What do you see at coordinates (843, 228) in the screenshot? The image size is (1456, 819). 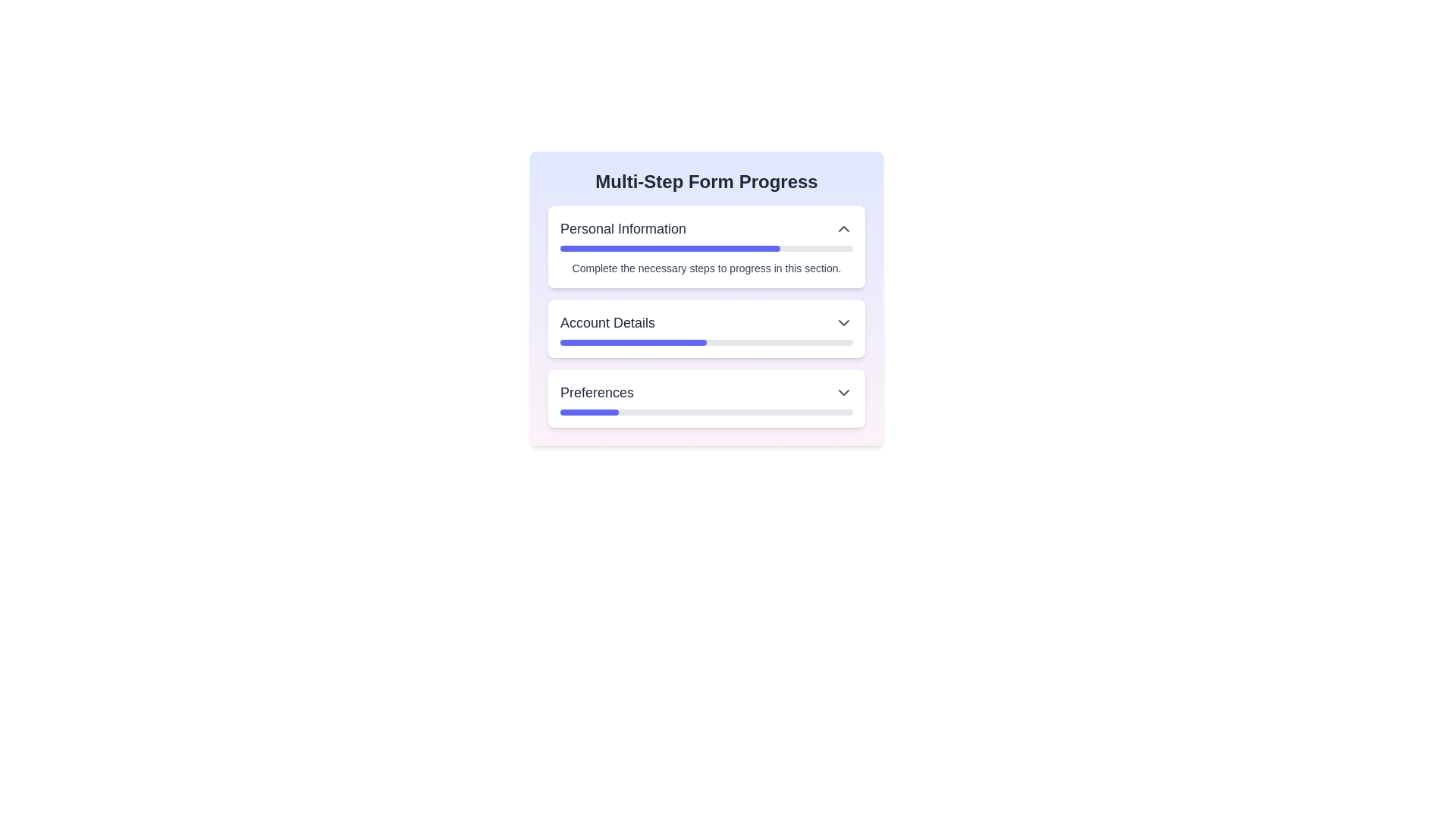 I see `the SVG Icon (Chevron) located at the far right of the 'Personal Information' section header` at bounding box center [843, 228].